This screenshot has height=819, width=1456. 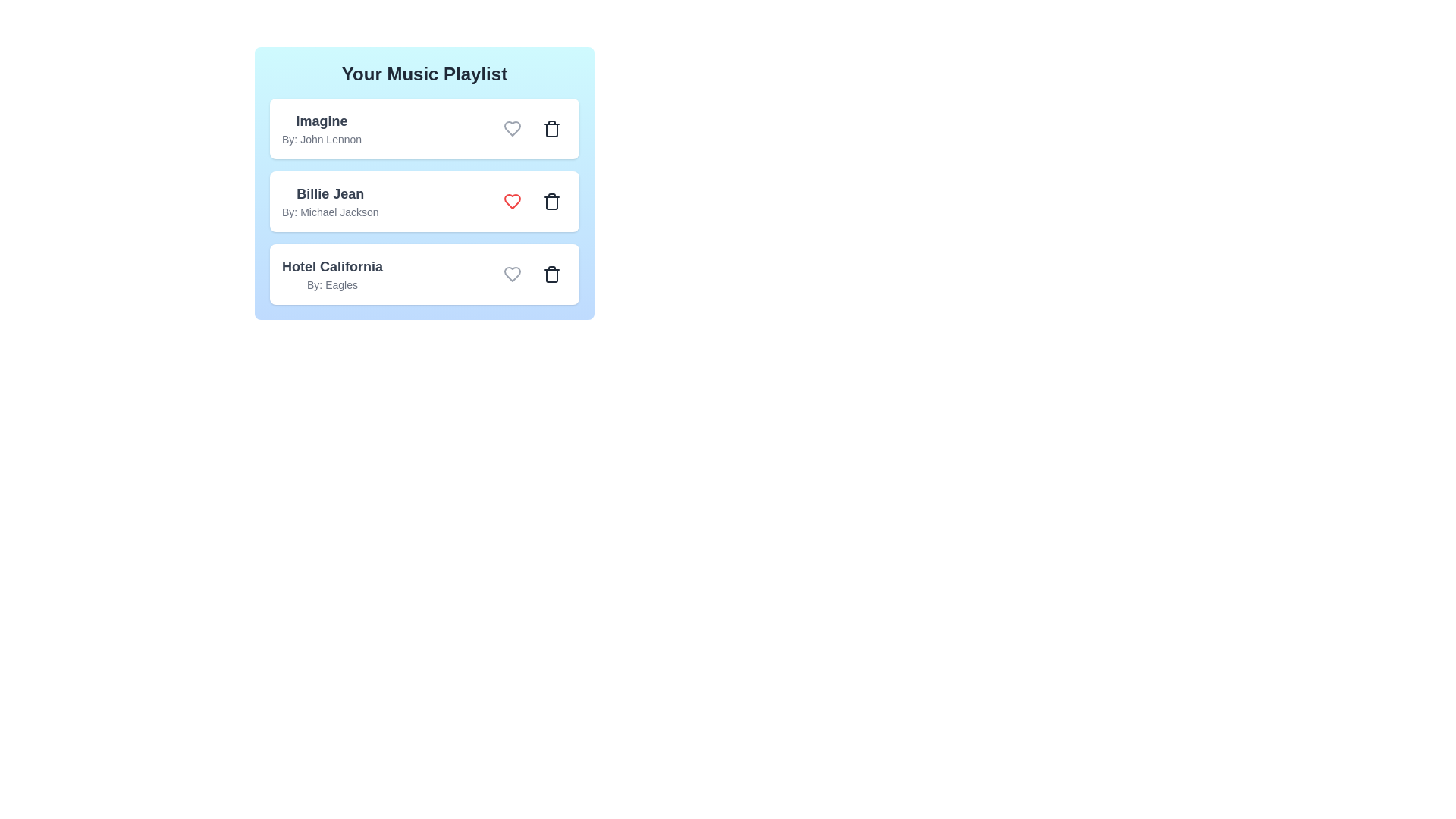 I want to click on the song with title Billie Jean from the playlist by clicking its trash icon, so click(x=551, y=201).